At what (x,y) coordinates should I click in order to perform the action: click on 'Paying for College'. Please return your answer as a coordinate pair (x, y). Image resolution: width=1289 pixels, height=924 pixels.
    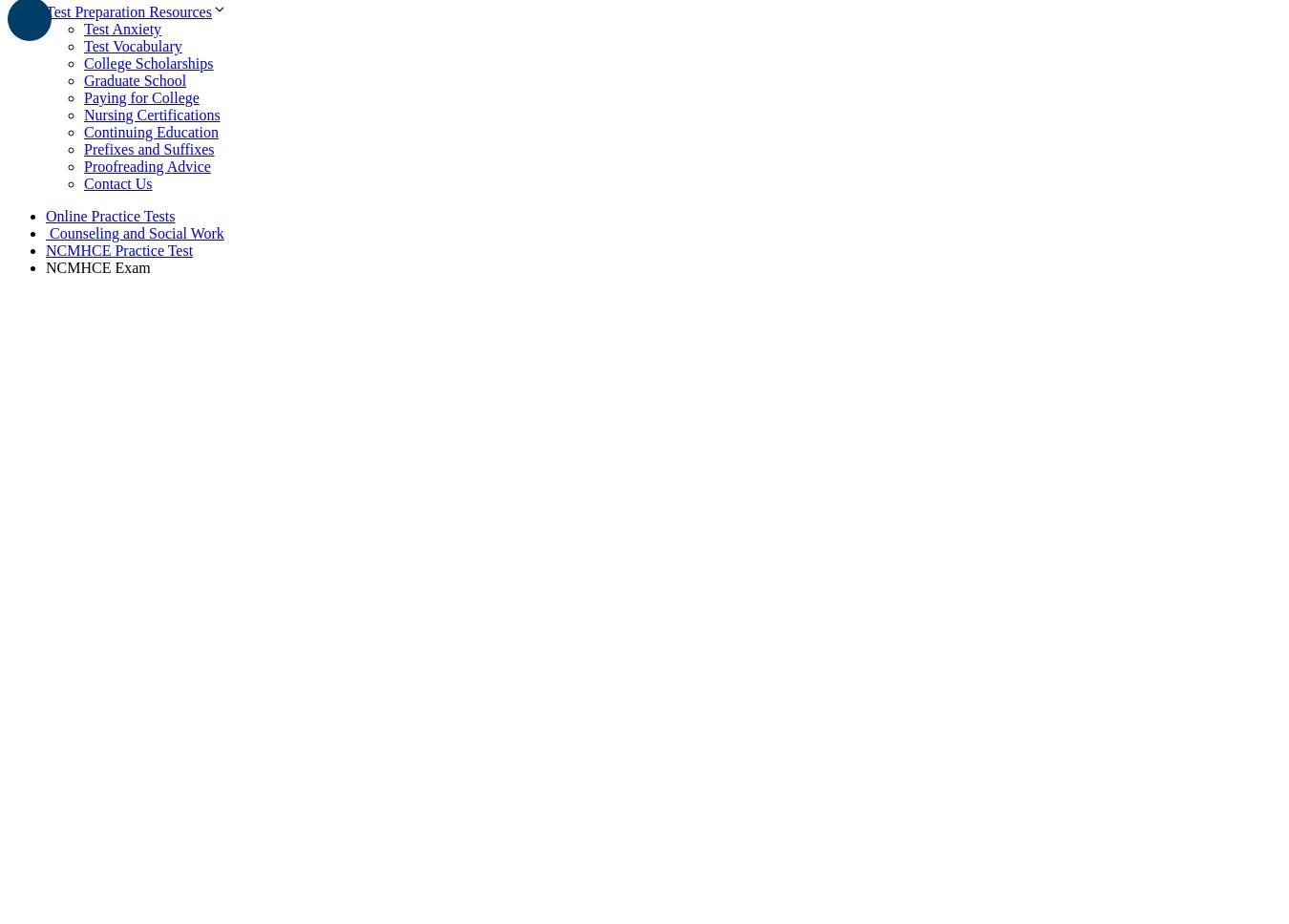
    Looking at the image, I should click on (140, 96).